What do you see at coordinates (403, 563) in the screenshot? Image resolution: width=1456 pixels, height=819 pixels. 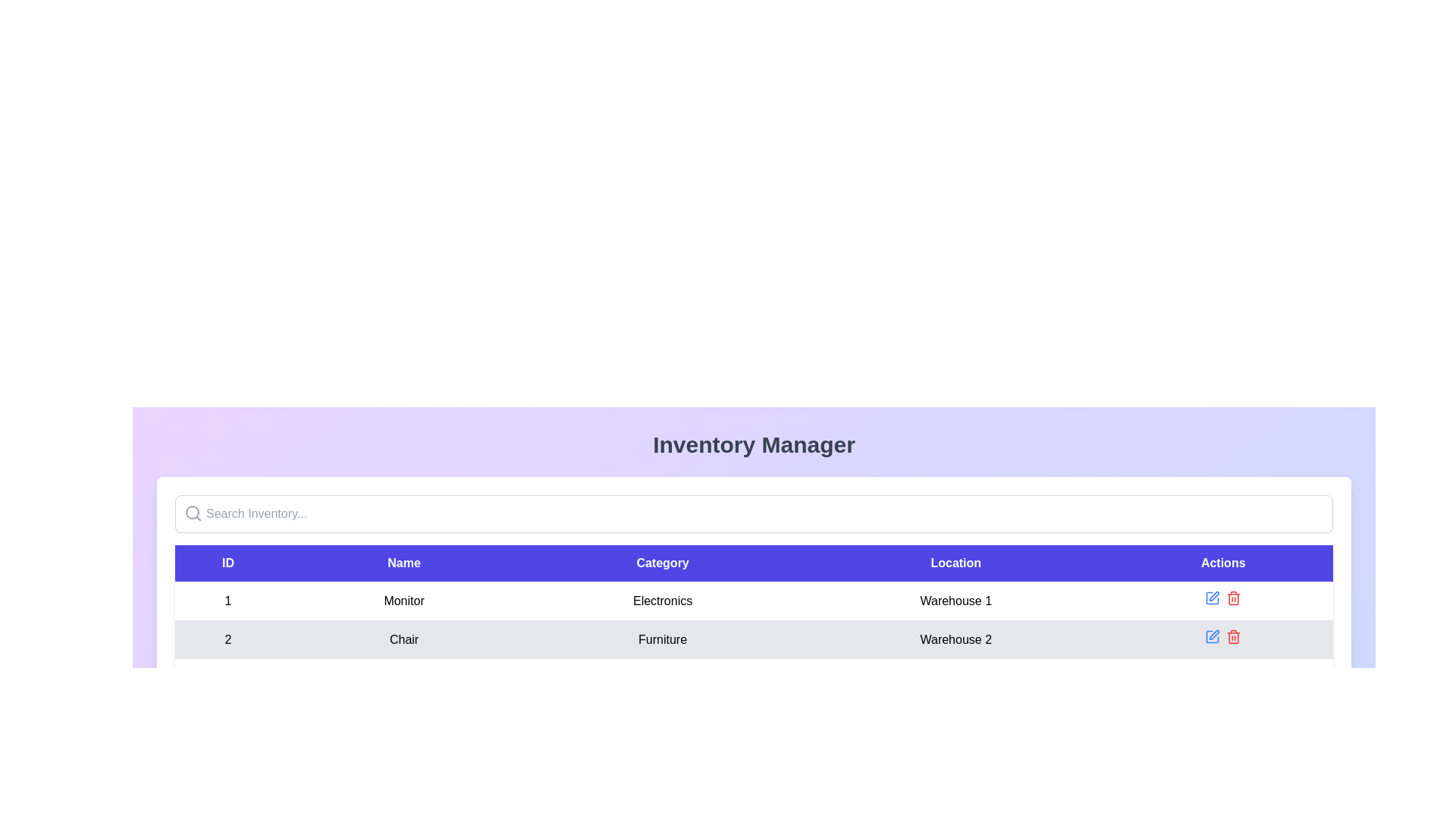 I see `the 'Name' text label, which is the second column header in a table with a purple background and white bold text, located below the 'Inventory Manager' title` at bounding box center [403, 563].